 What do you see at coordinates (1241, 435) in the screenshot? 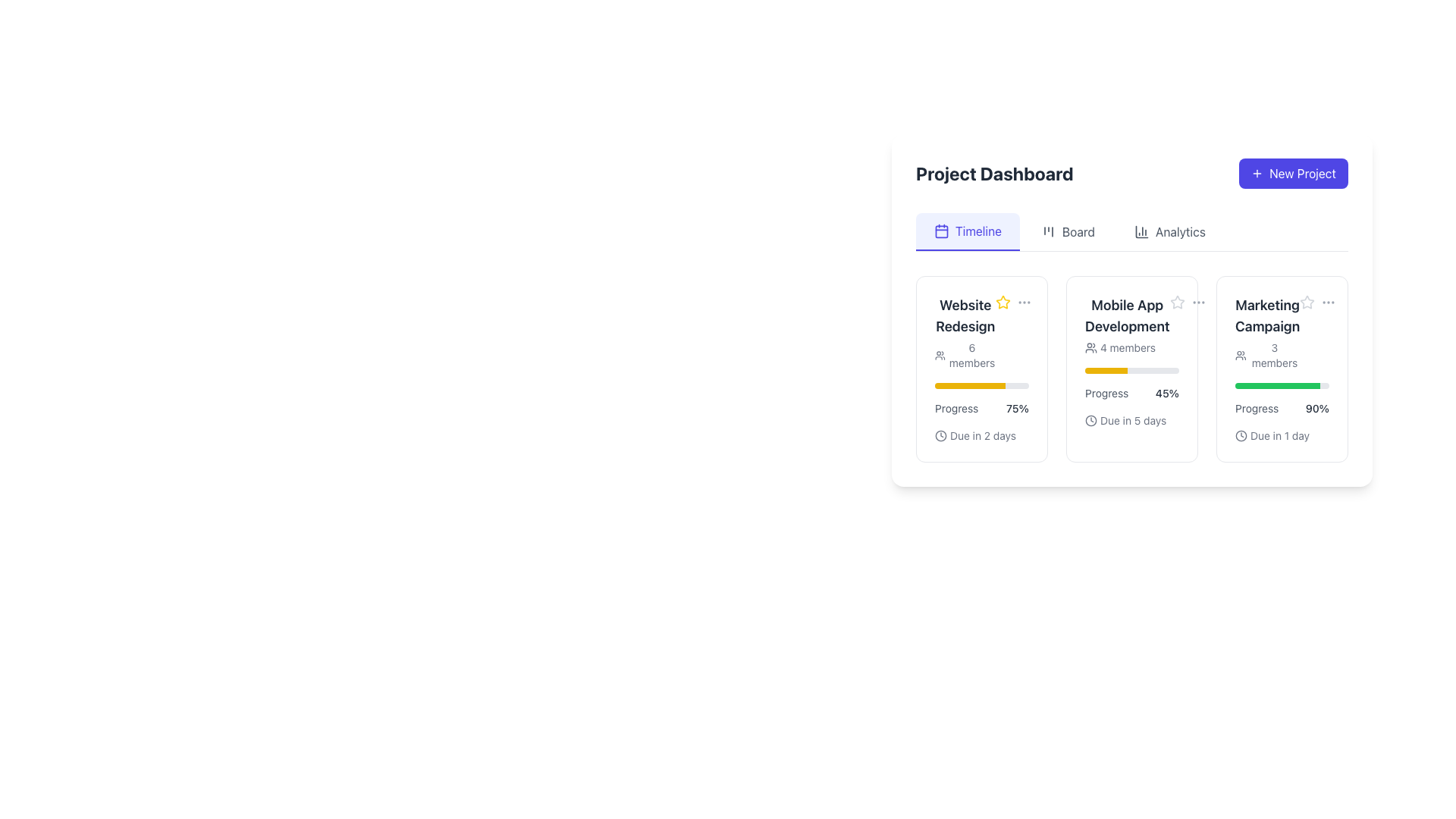
I see `the clock icon located within the 'Marketing Campaign' card, positioned to the left of the text 'Due in 1 day'` at bounding box center [1241, 435].